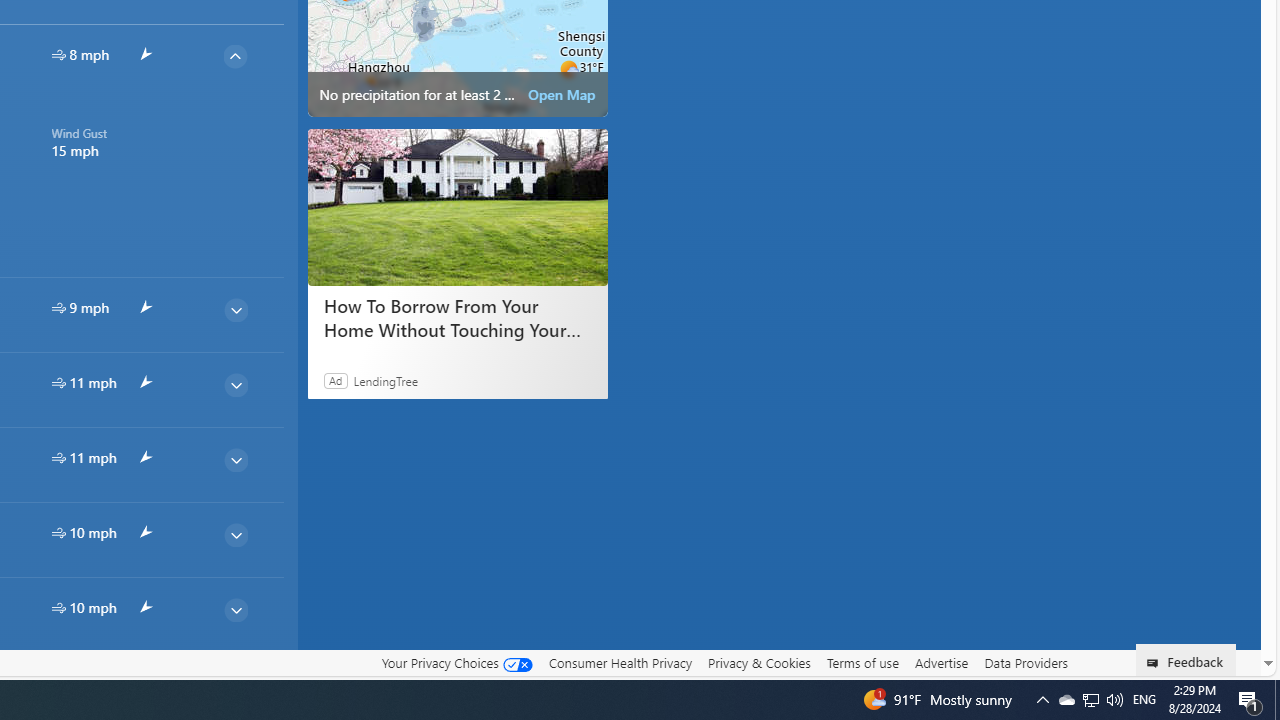 Image resolution: width=1280 pixels, height=720 pixels. I want to click on 'Data Providers', so click(1025, 663).